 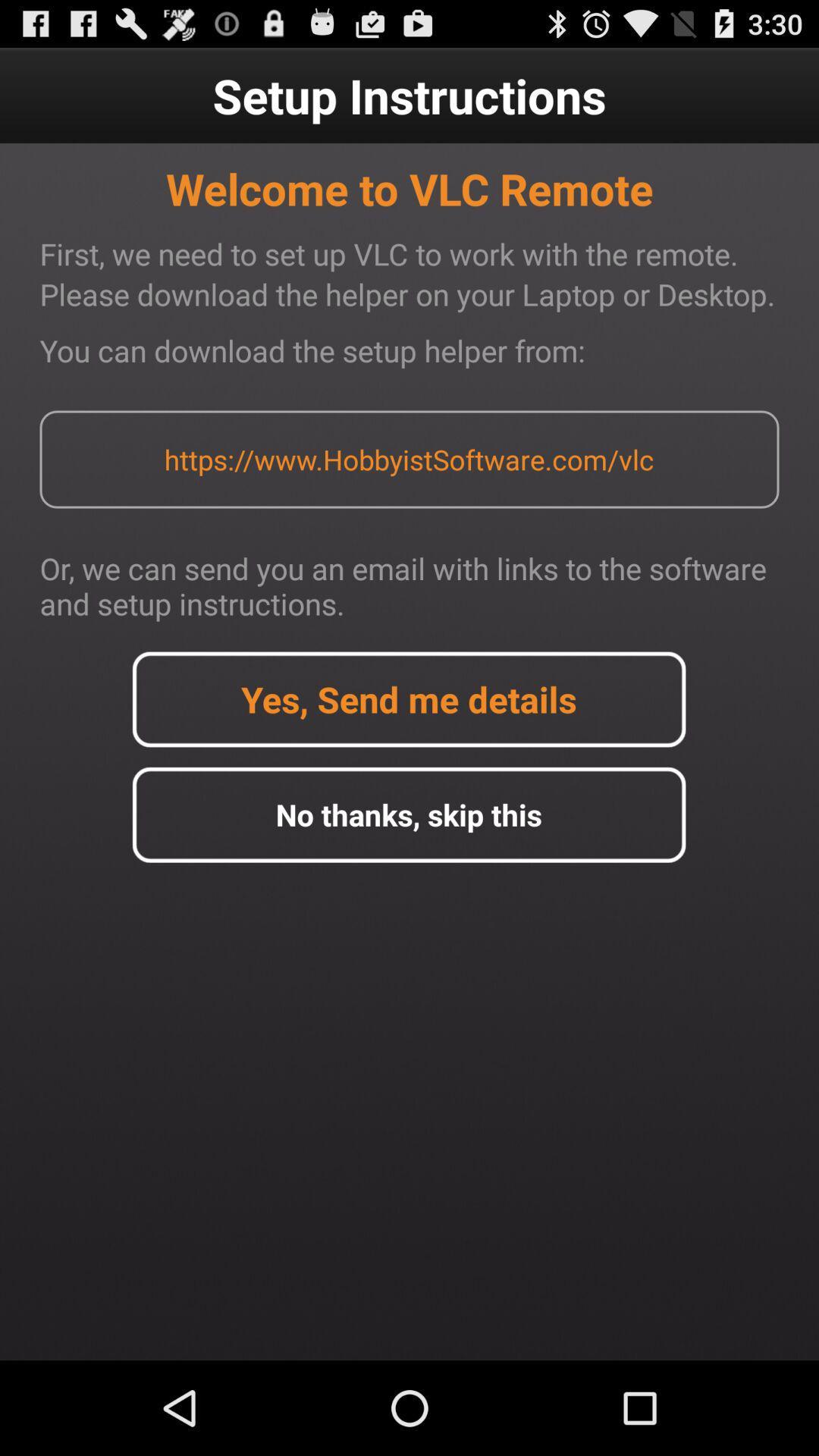 What do you see at coordinates (408, 698) in the screenshot?
I see `yes` at bounding box center [408, 698].